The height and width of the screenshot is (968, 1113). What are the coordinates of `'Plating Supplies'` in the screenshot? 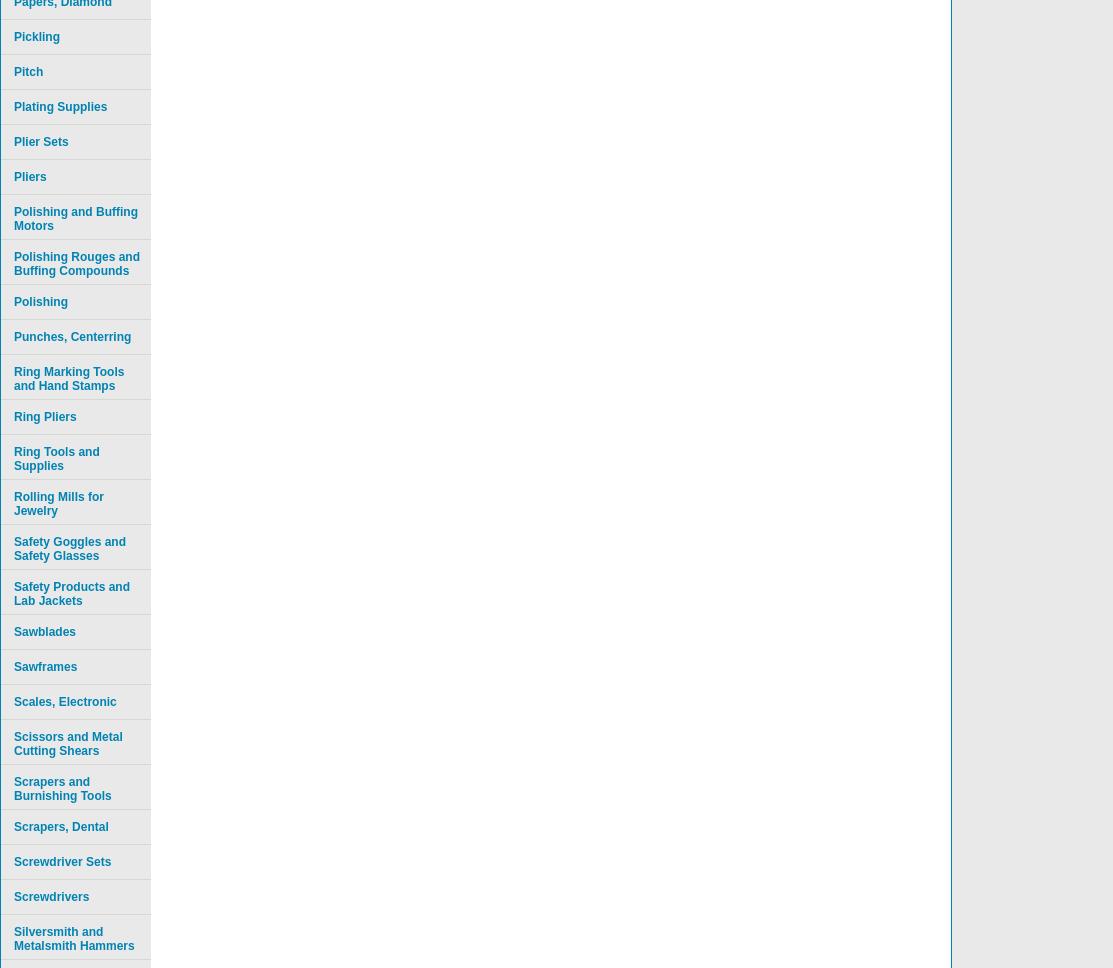 It's located at (14, 106).